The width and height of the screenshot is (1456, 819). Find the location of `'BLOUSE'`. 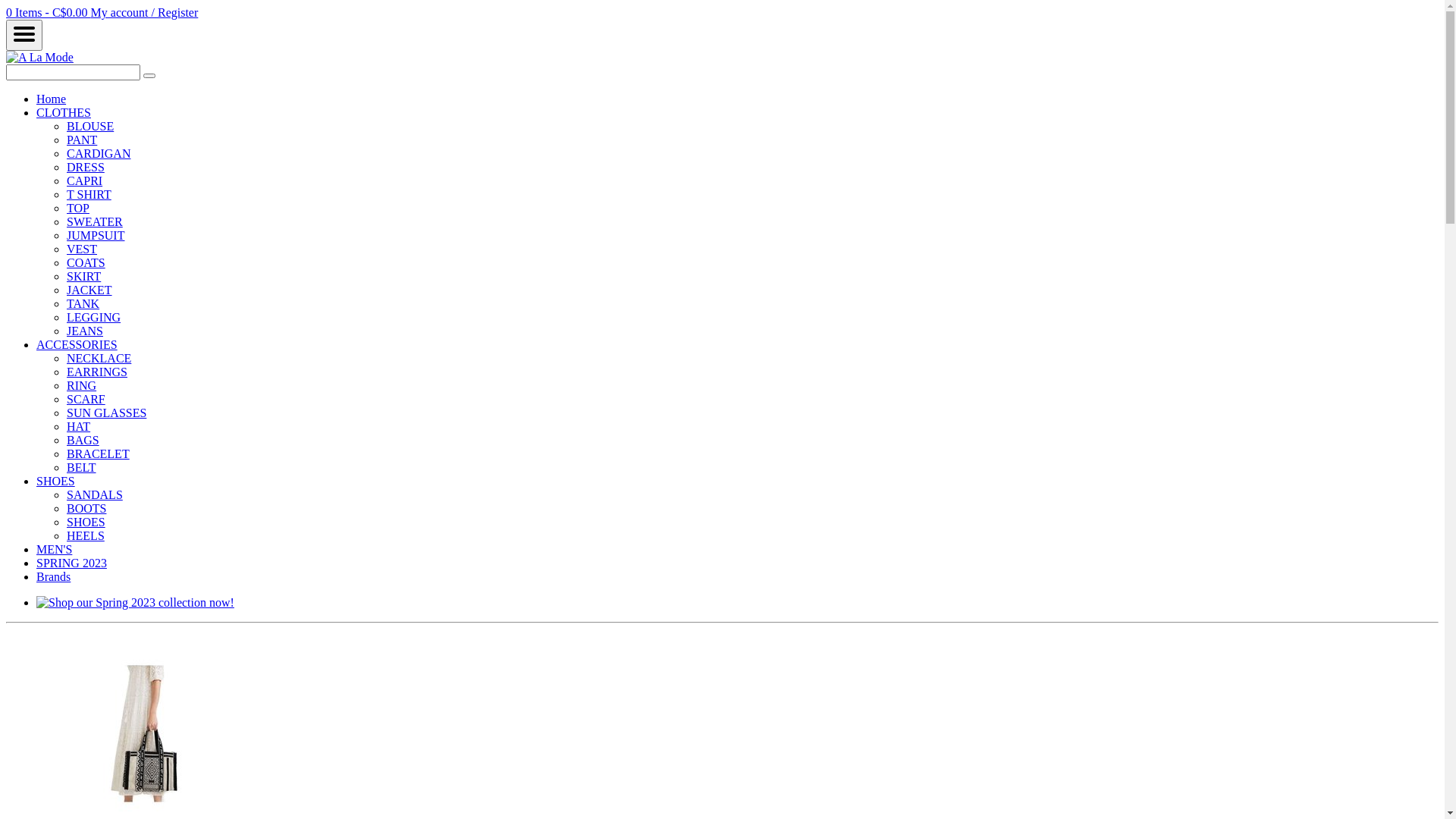

'BLOUSE' is located at coordinates (89, 125).